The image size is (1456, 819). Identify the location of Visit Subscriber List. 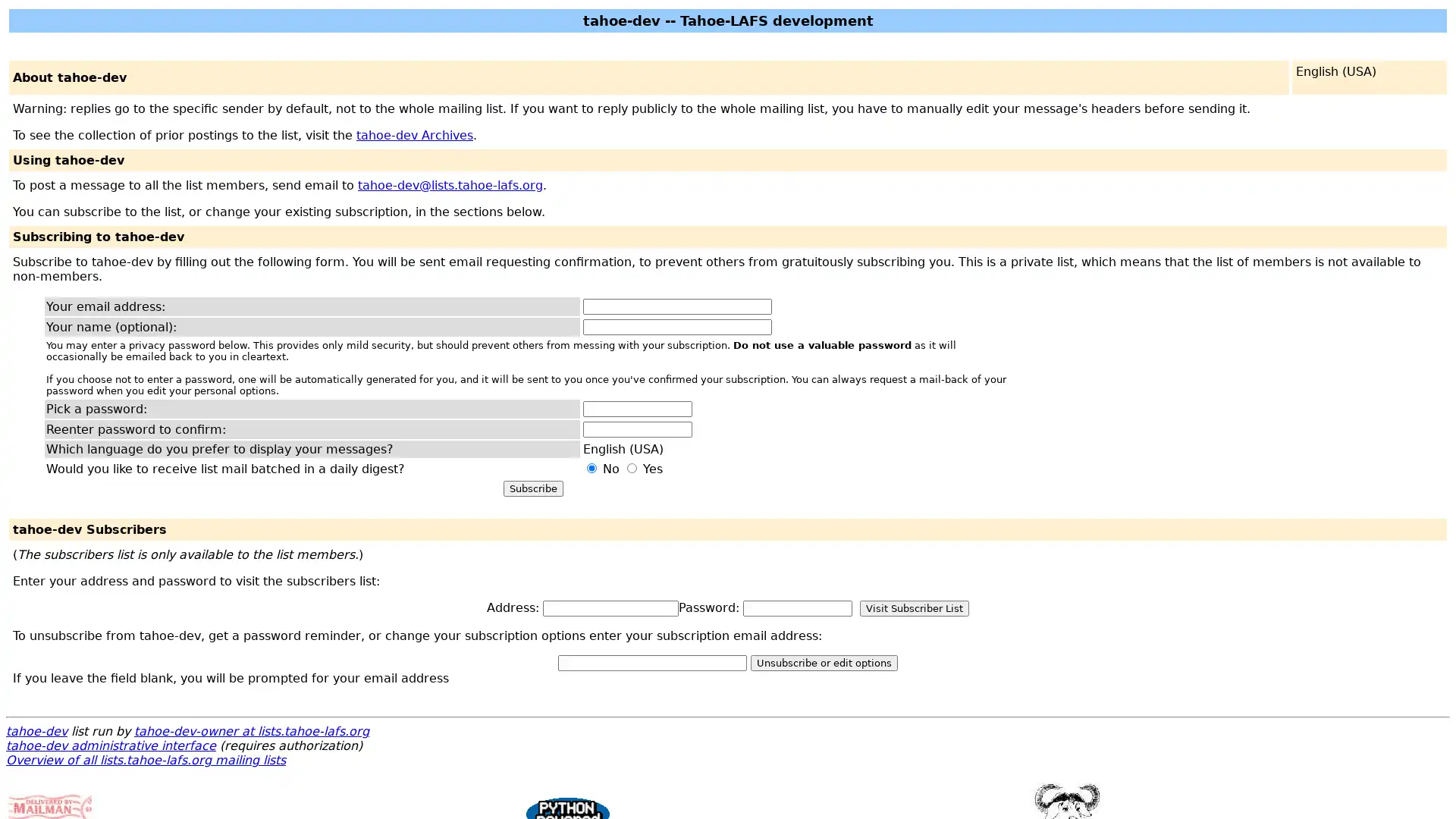
(913, 607).